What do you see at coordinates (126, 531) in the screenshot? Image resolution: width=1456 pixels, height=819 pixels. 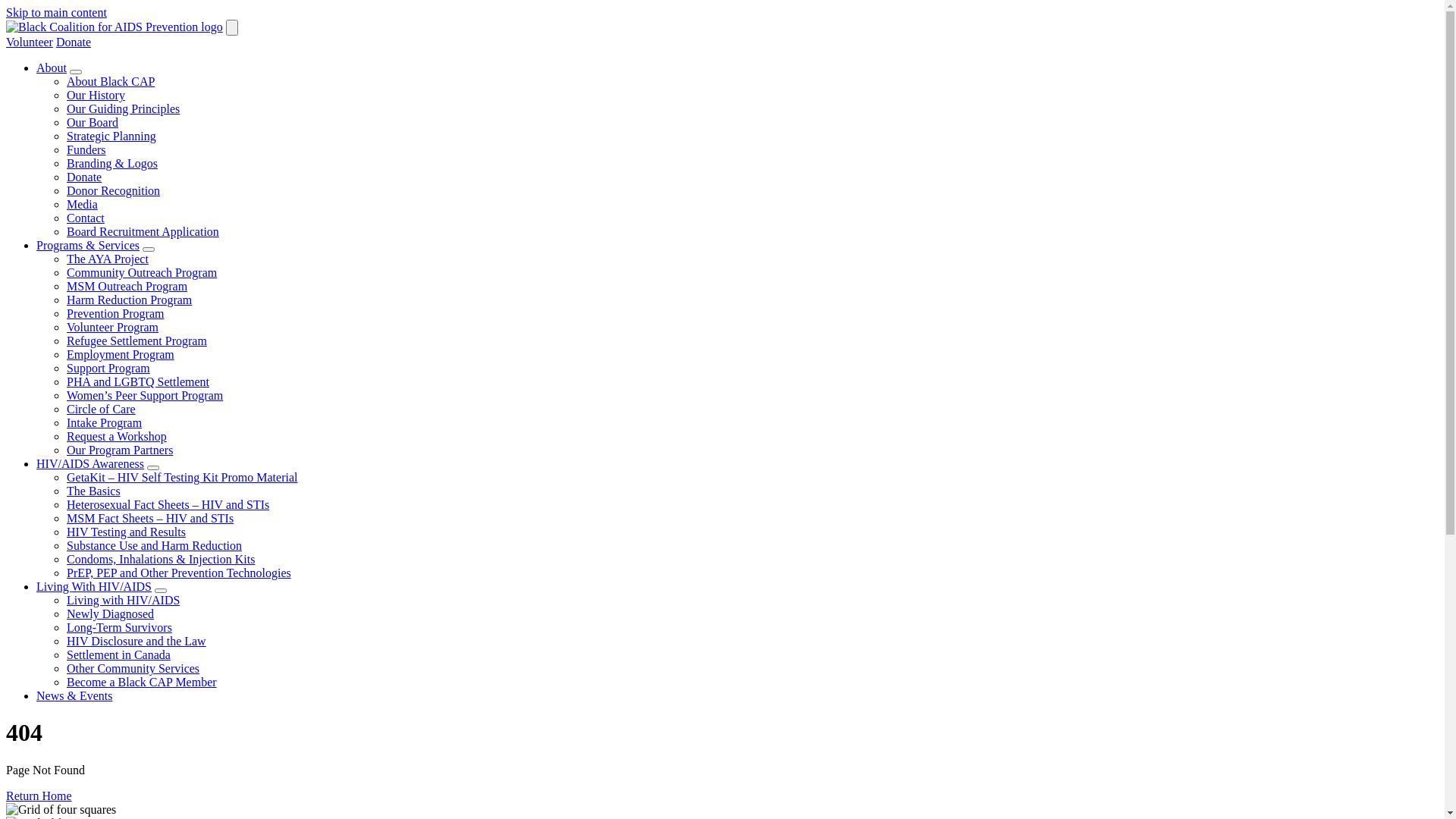 I see `'HIV Testing and Results'` at bounding box center [126, 531].